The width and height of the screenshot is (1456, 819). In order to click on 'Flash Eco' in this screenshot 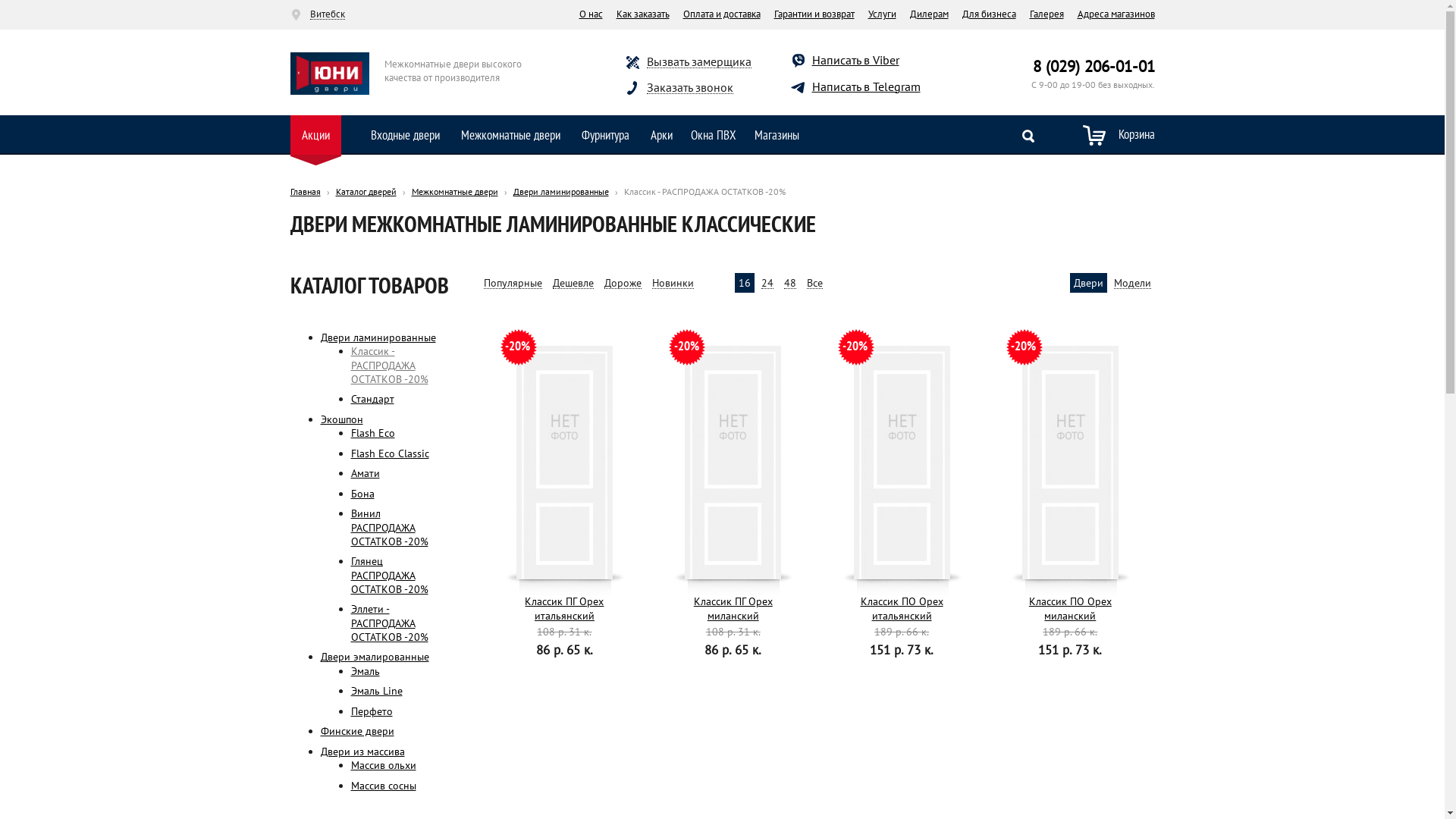, I will do `click(372, 432)`.